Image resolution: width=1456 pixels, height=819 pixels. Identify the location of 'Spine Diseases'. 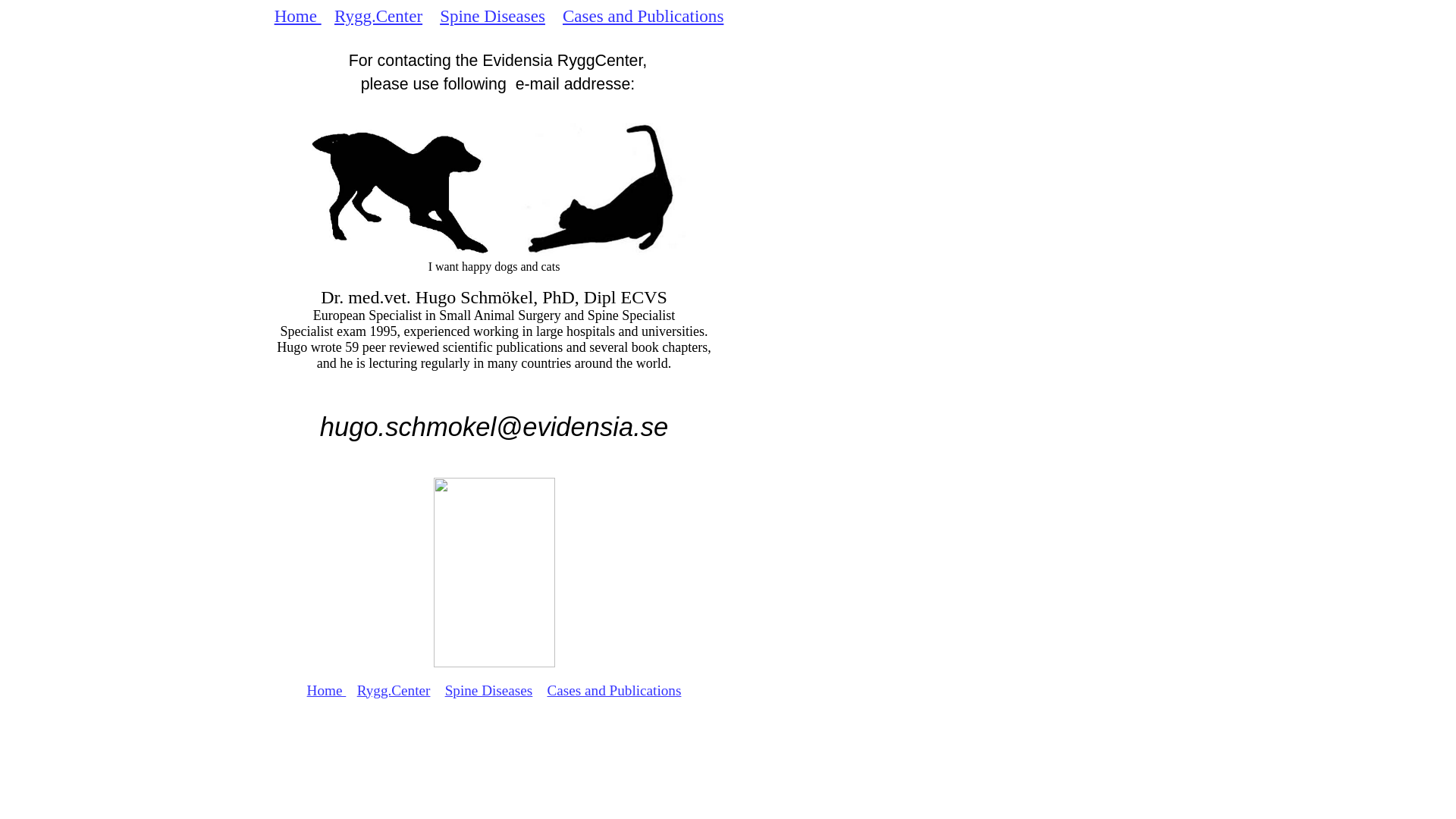
(492, 15).